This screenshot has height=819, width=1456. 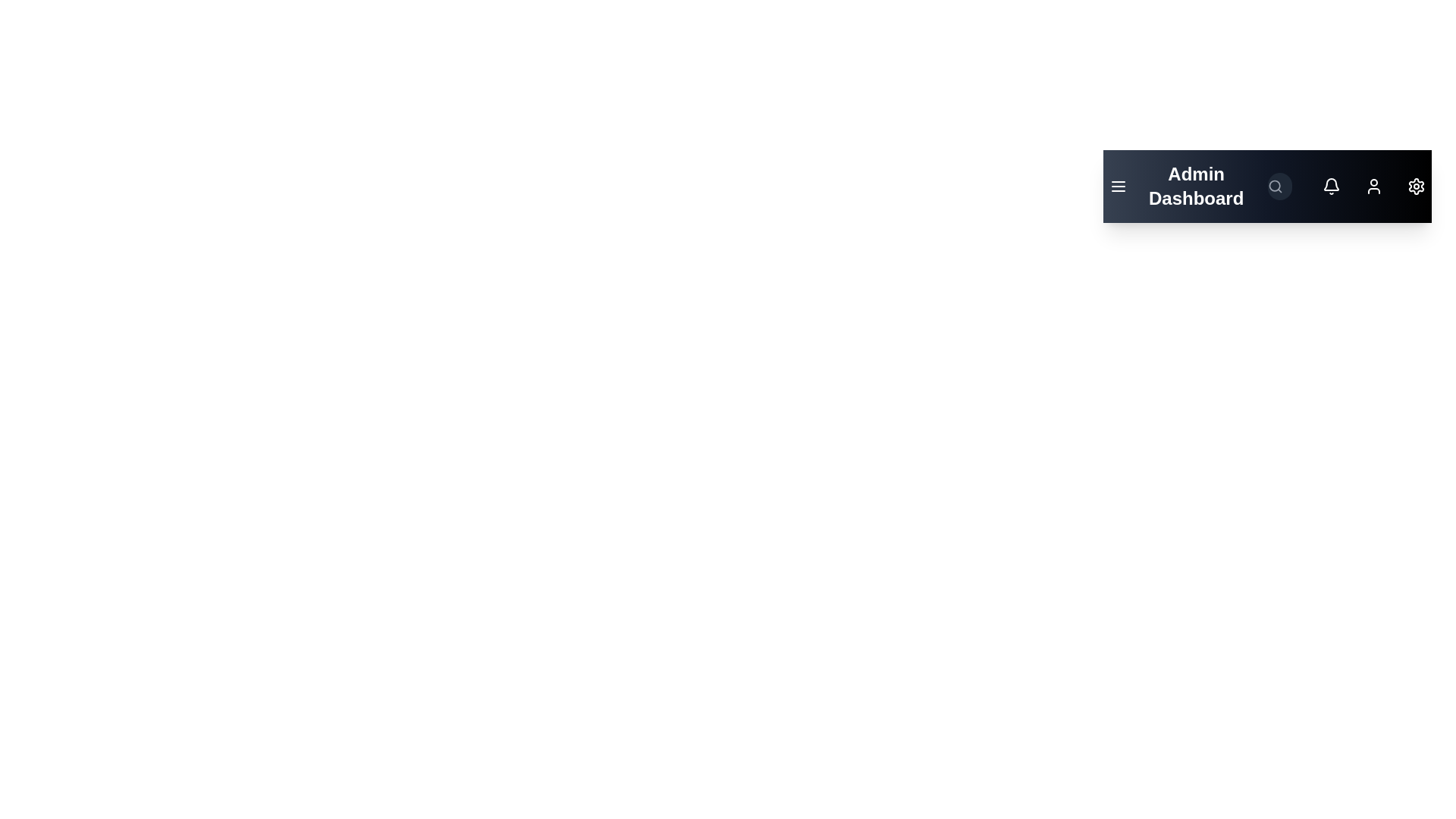 I want to click on the user profile icon, so click(x=1374, y=186).